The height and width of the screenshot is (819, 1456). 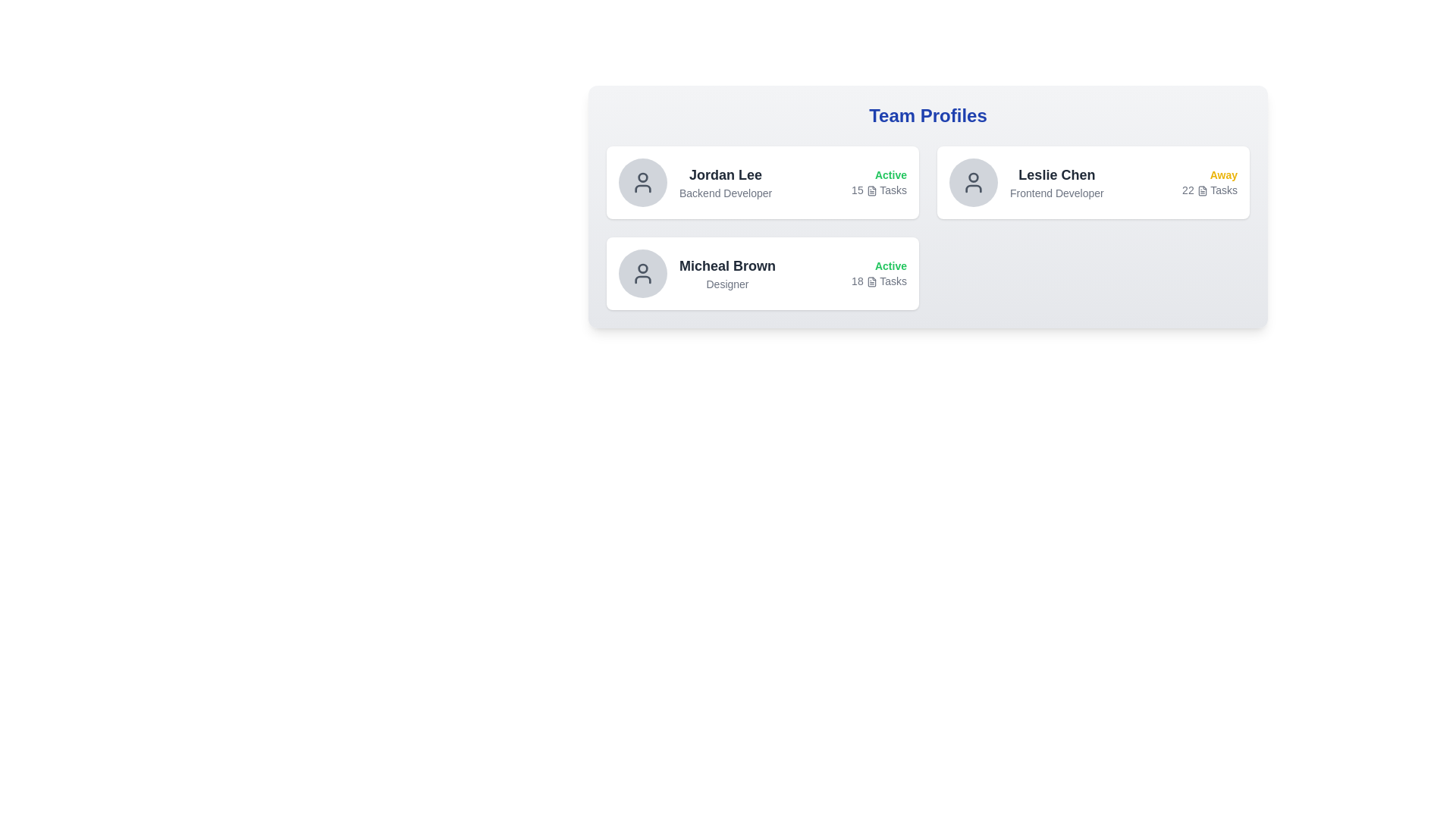 I want to click on the document icon next to '22 Tasks' in the 'Team Profiles' section, so click(x=1201, y=190).